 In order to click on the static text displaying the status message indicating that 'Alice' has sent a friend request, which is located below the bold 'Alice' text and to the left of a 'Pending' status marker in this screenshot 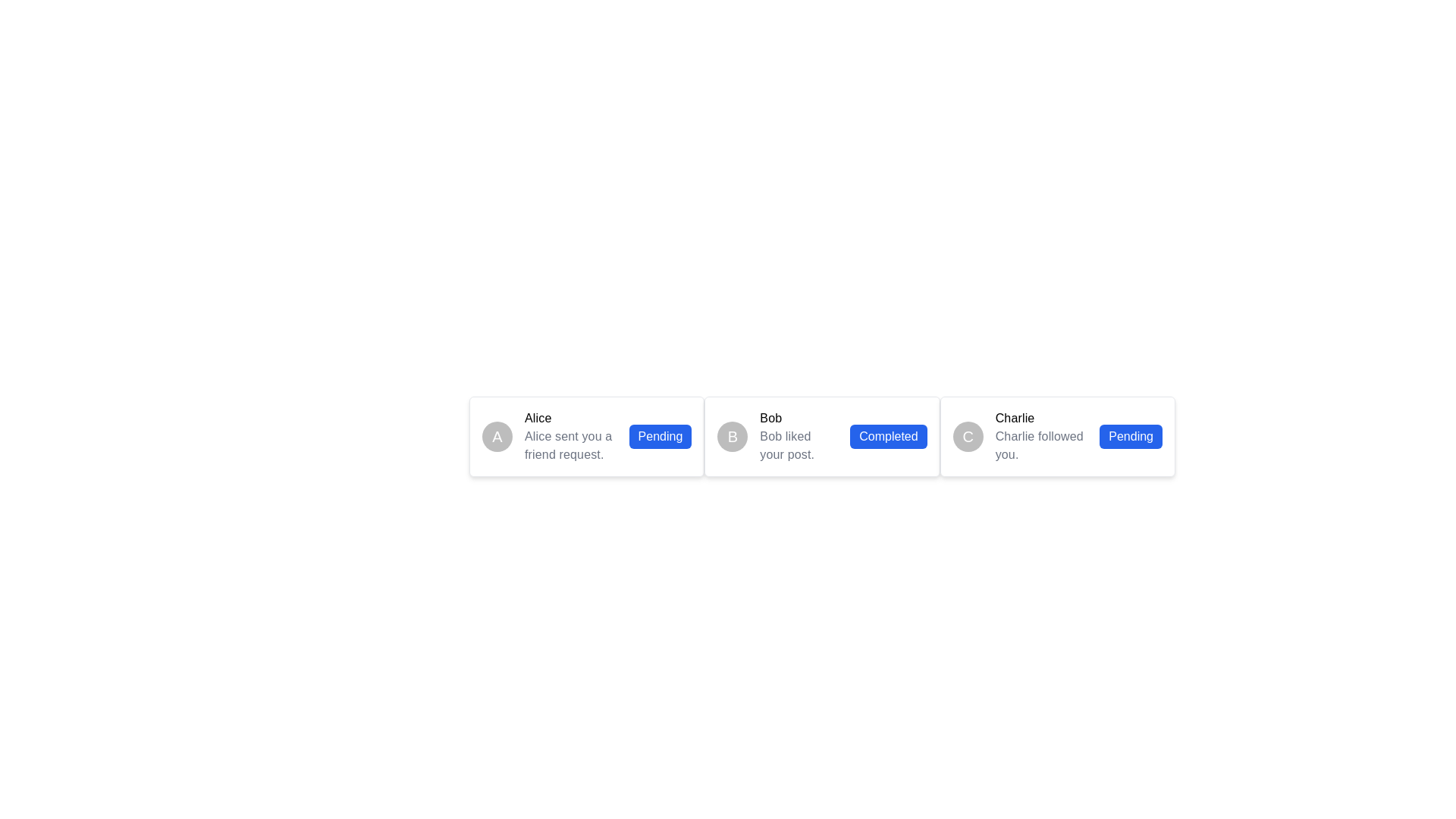, I will do `click(570, 444)`.